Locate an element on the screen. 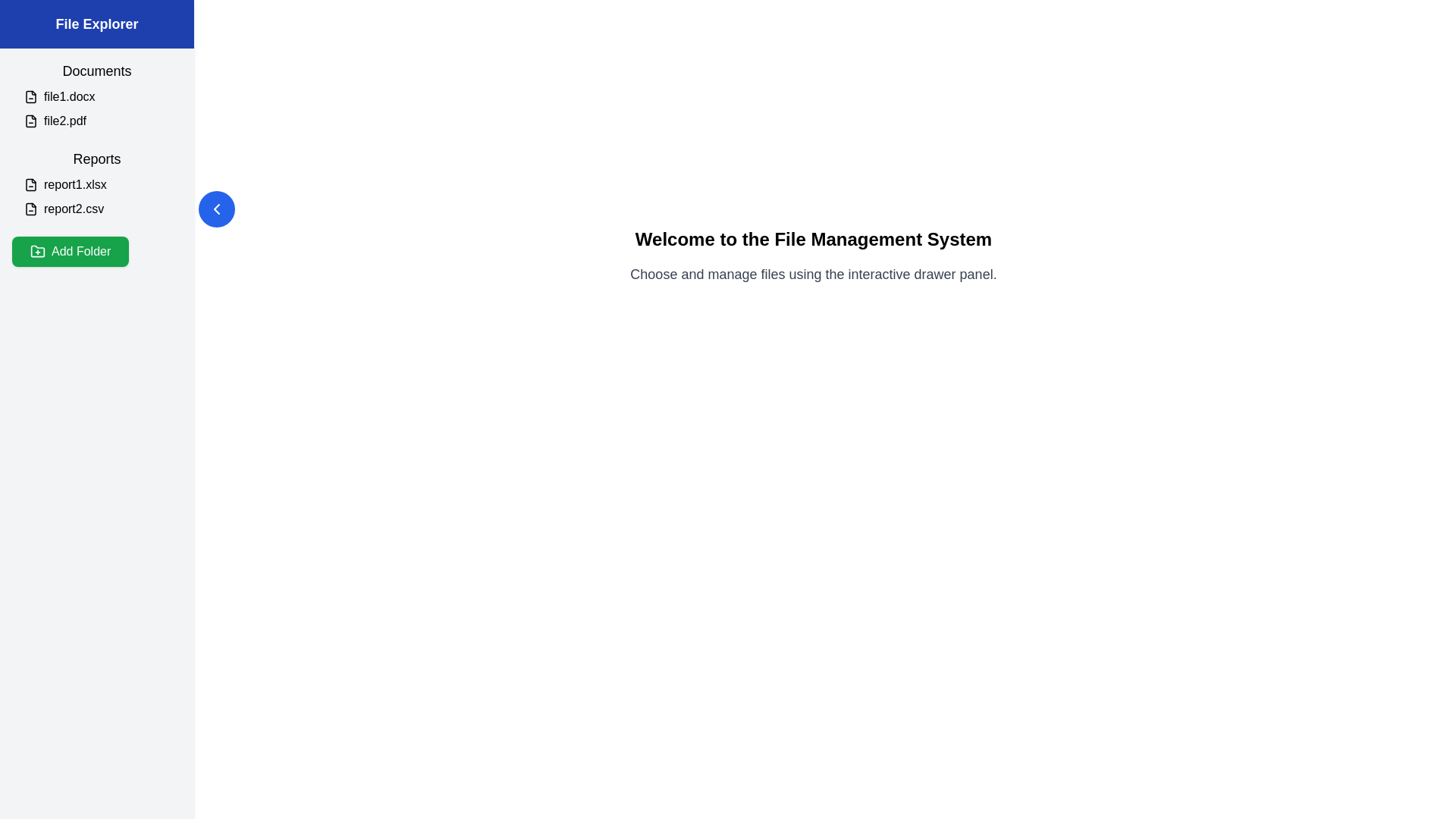 The image size is (1456, 819). the 'Add Folder' button, which is a green rectangular button with white text and an icon resembling a folder with a plus sign, located under the 'Reports' header in the left file explorer panel is located at coordinates (70, 250).